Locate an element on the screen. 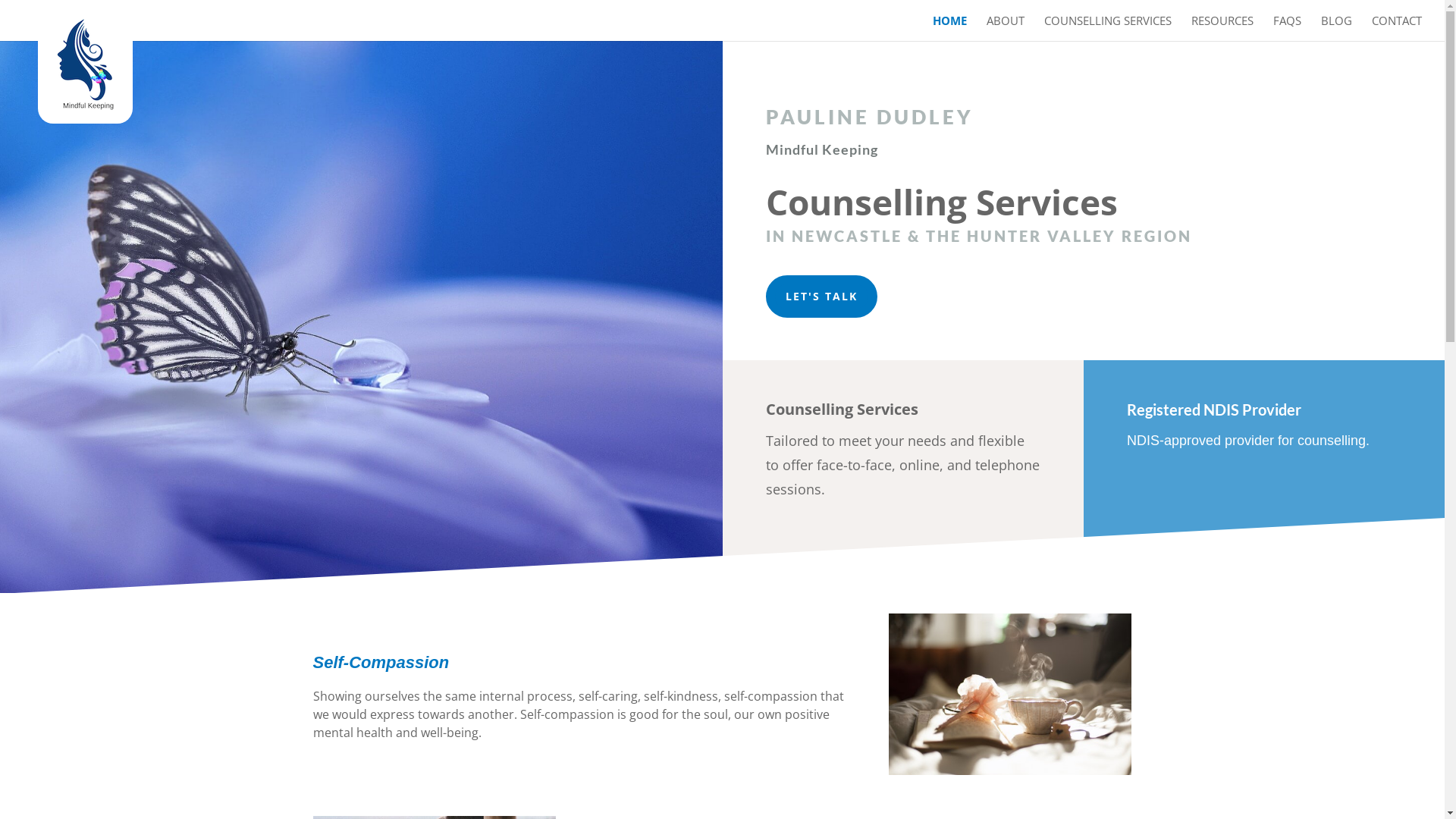 The height and width of the screenshot is (819, 1456). 'COUNSELLING SERVICES' is located at coordinates (1107, 28).